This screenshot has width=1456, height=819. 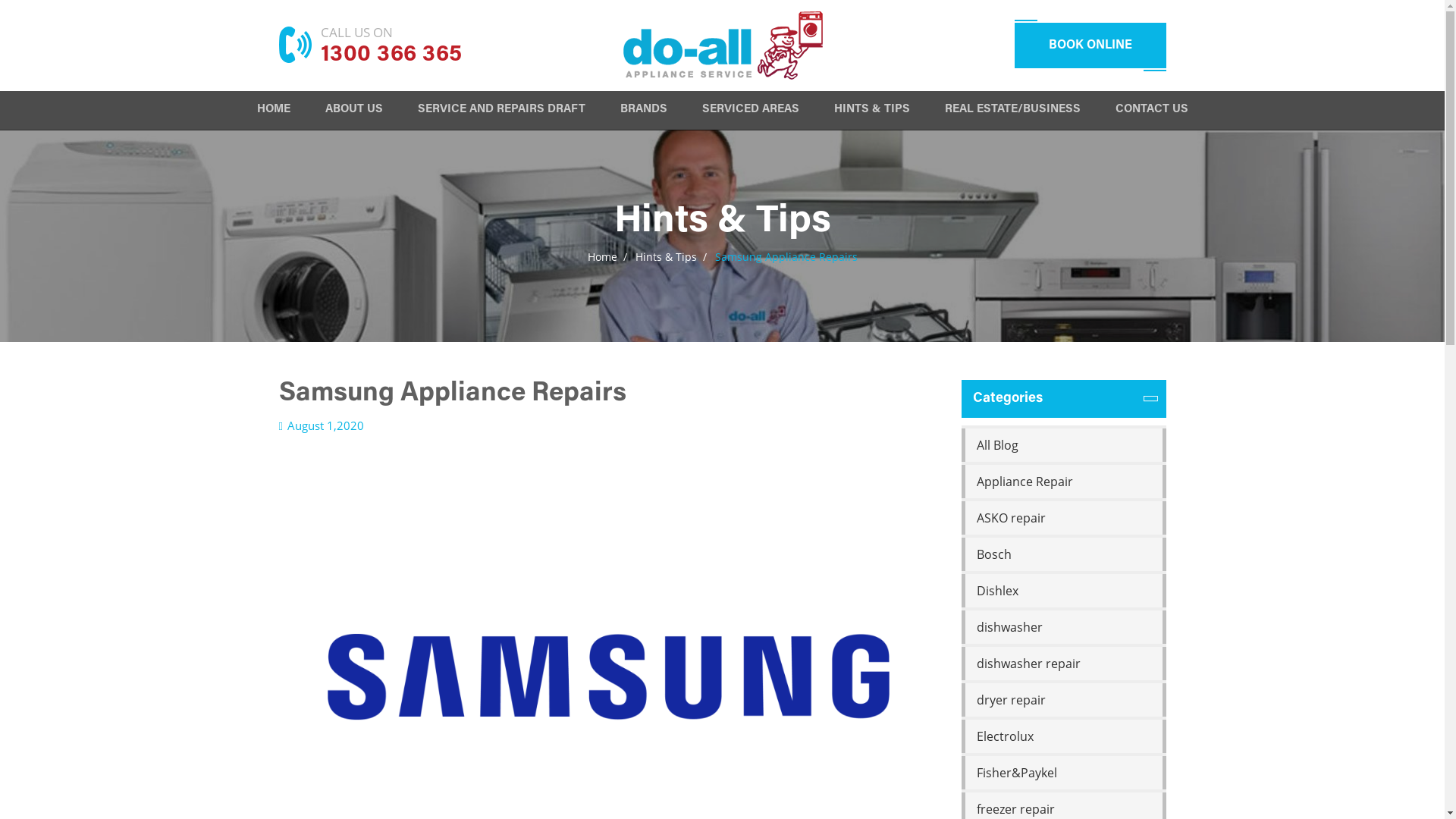 I want to click on 'REAL ESTATE/BUSINESS', so click(x=1012, y=111).